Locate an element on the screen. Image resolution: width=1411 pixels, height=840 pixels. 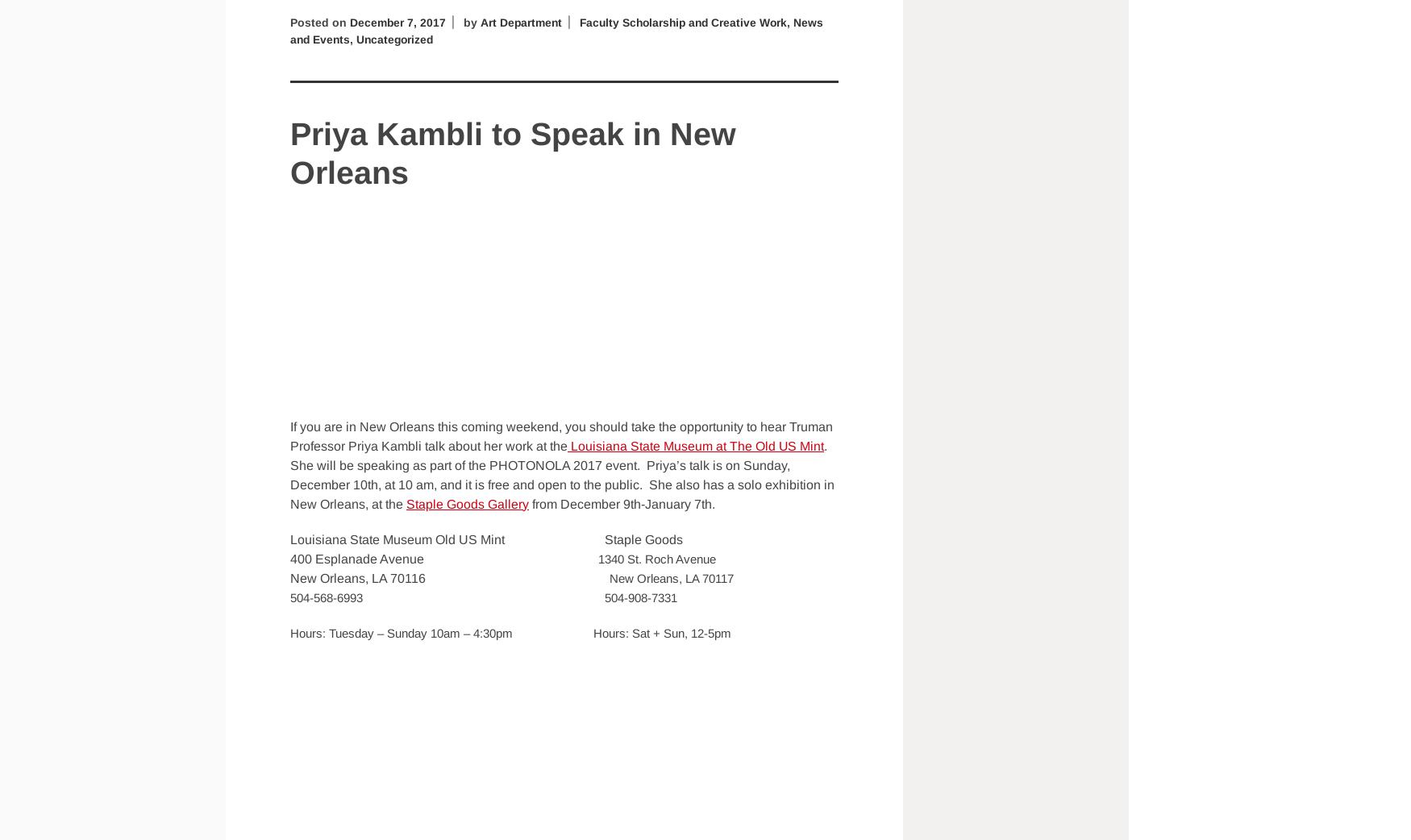
'by' is located at coordinates (470, 20).